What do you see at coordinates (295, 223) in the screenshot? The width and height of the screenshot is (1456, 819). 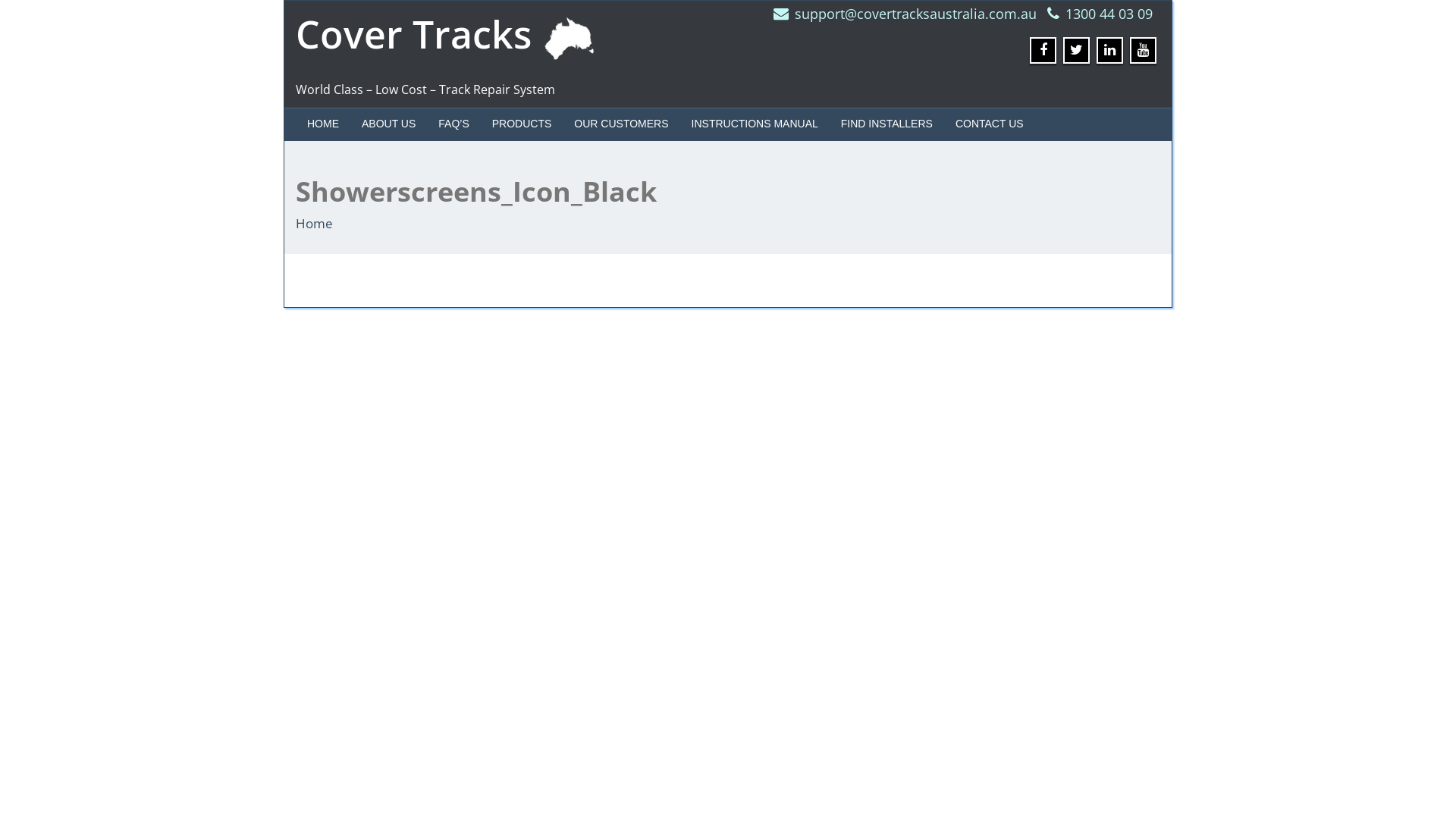 I see `'Home'` at bounding box center [295, 223].